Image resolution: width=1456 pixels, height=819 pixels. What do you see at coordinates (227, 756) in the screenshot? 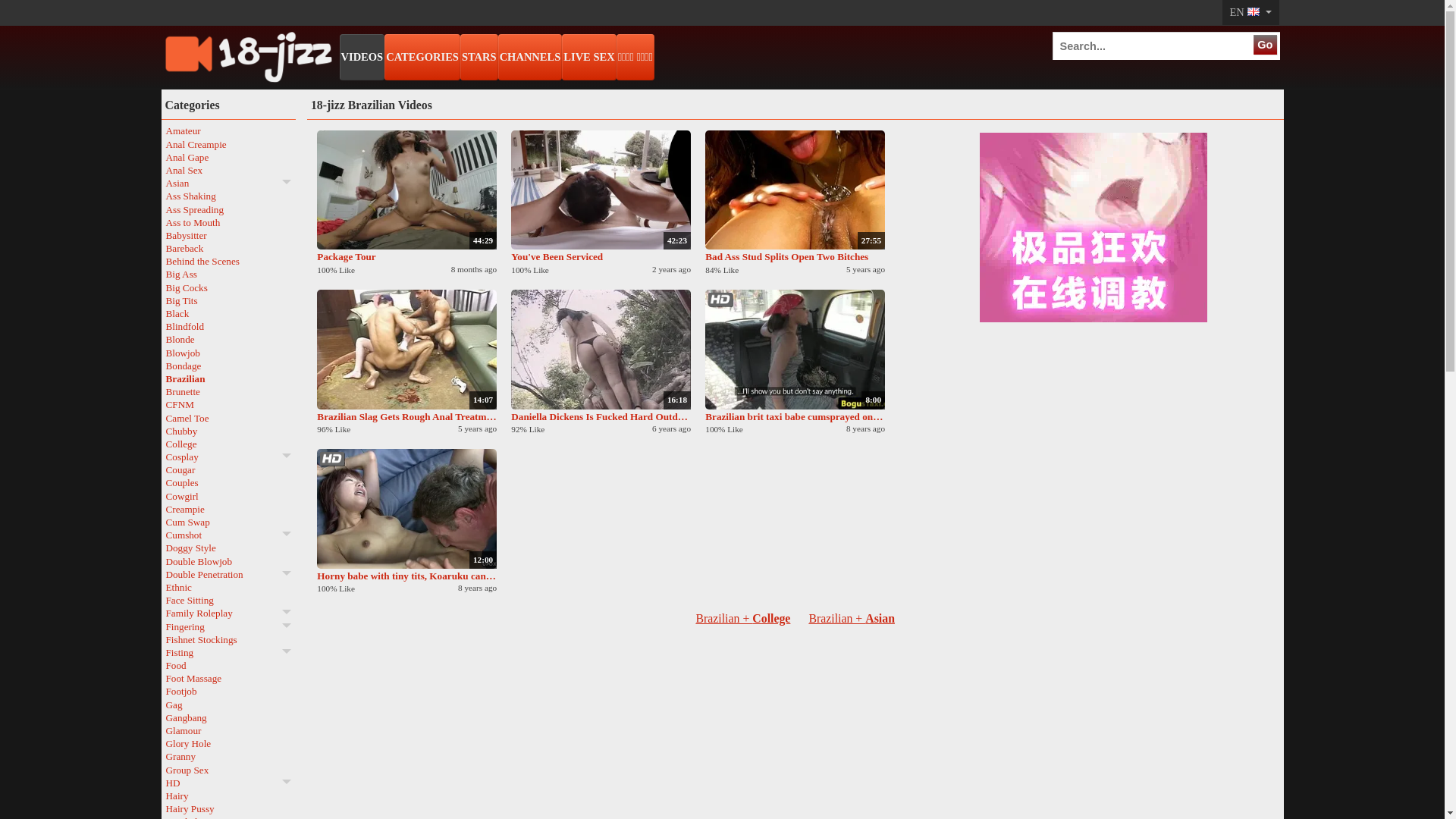
I see `'Granny'` at bounding box center [227, 756].